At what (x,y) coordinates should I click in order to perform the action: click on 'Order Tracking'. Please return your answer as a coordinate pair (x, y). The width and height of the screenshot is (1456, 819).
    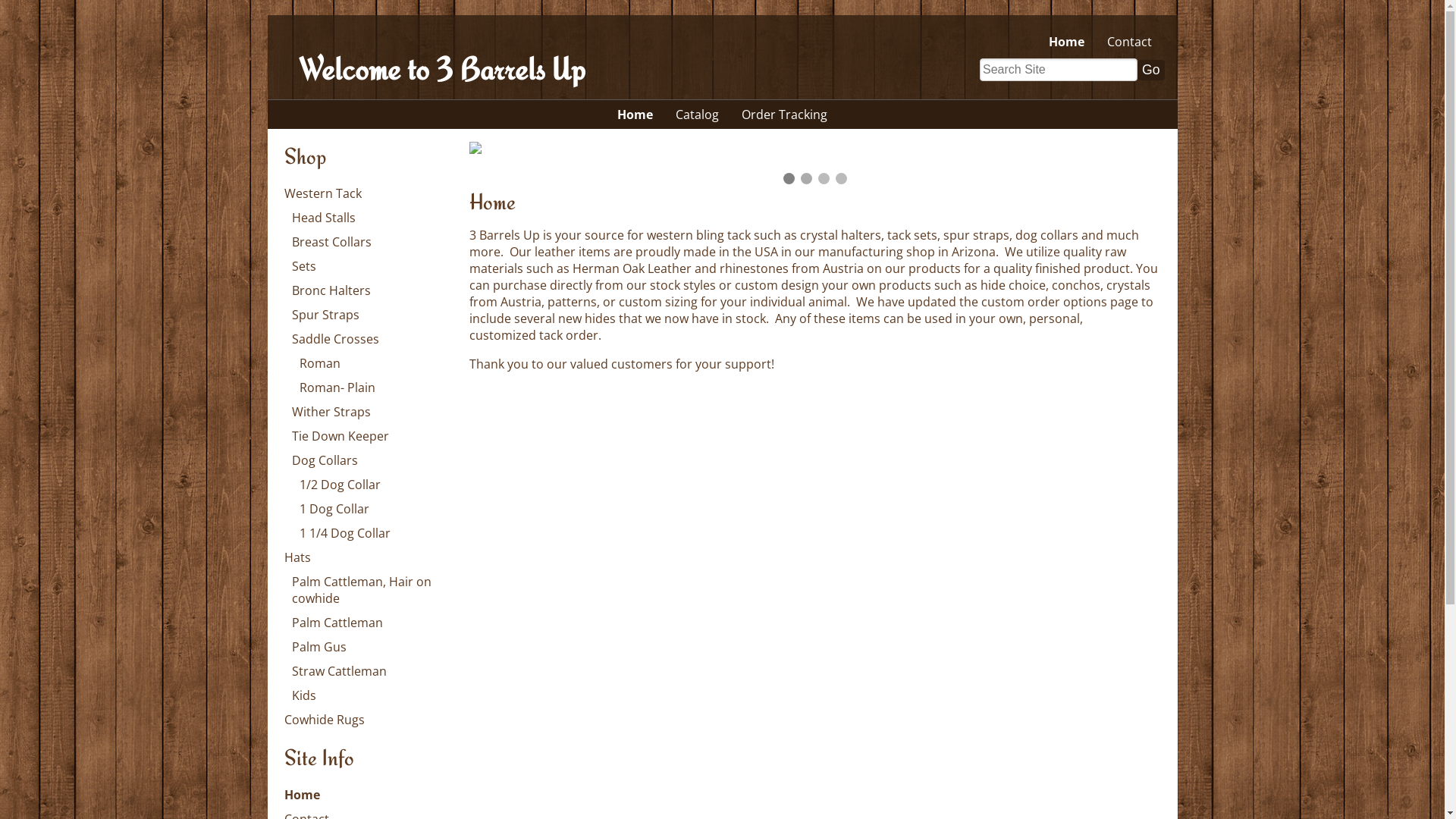
    Looking at the image, I should click on (784, 113).